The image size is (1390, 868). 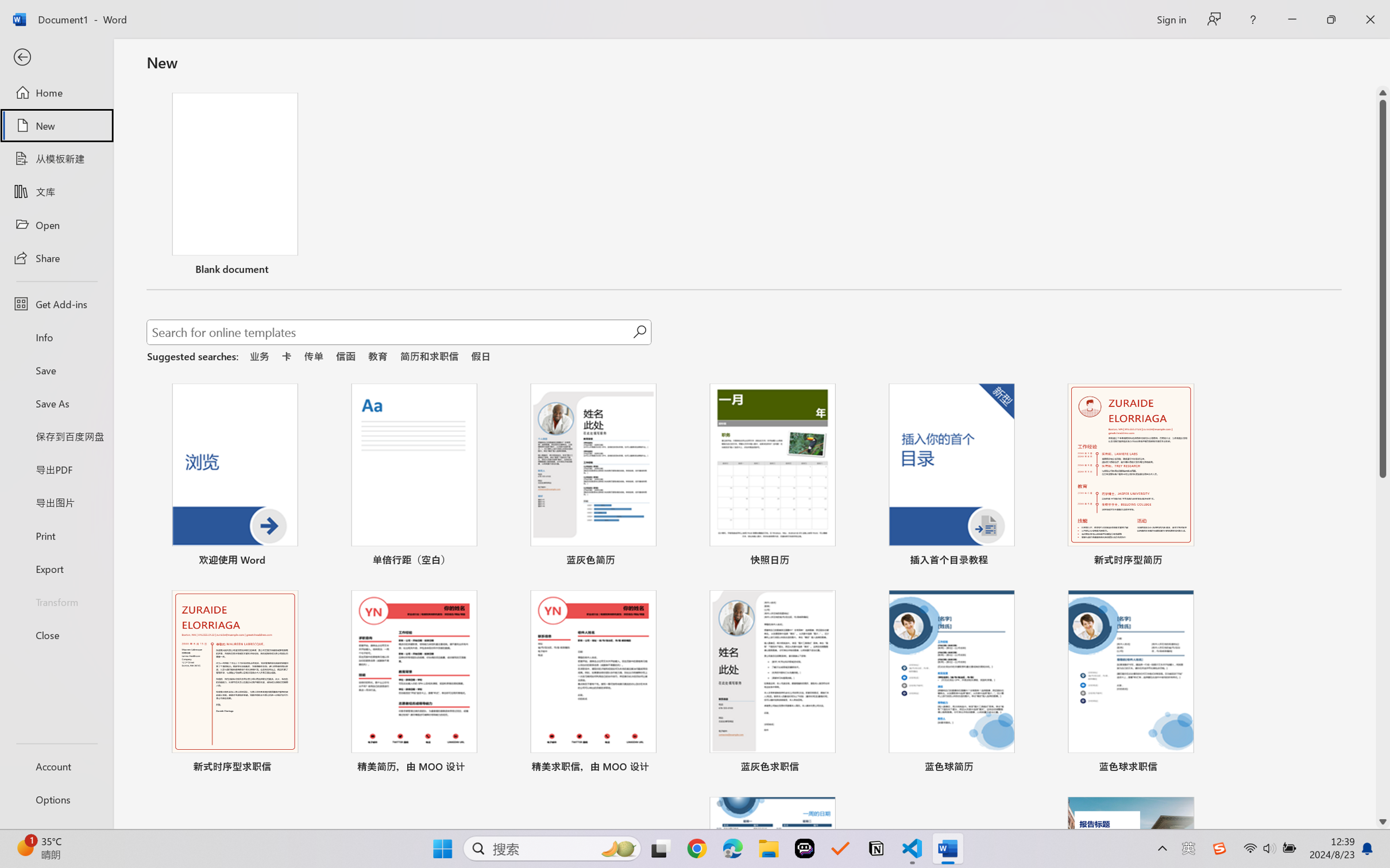 I want to click on 'Info', so click(x=56, y=336).